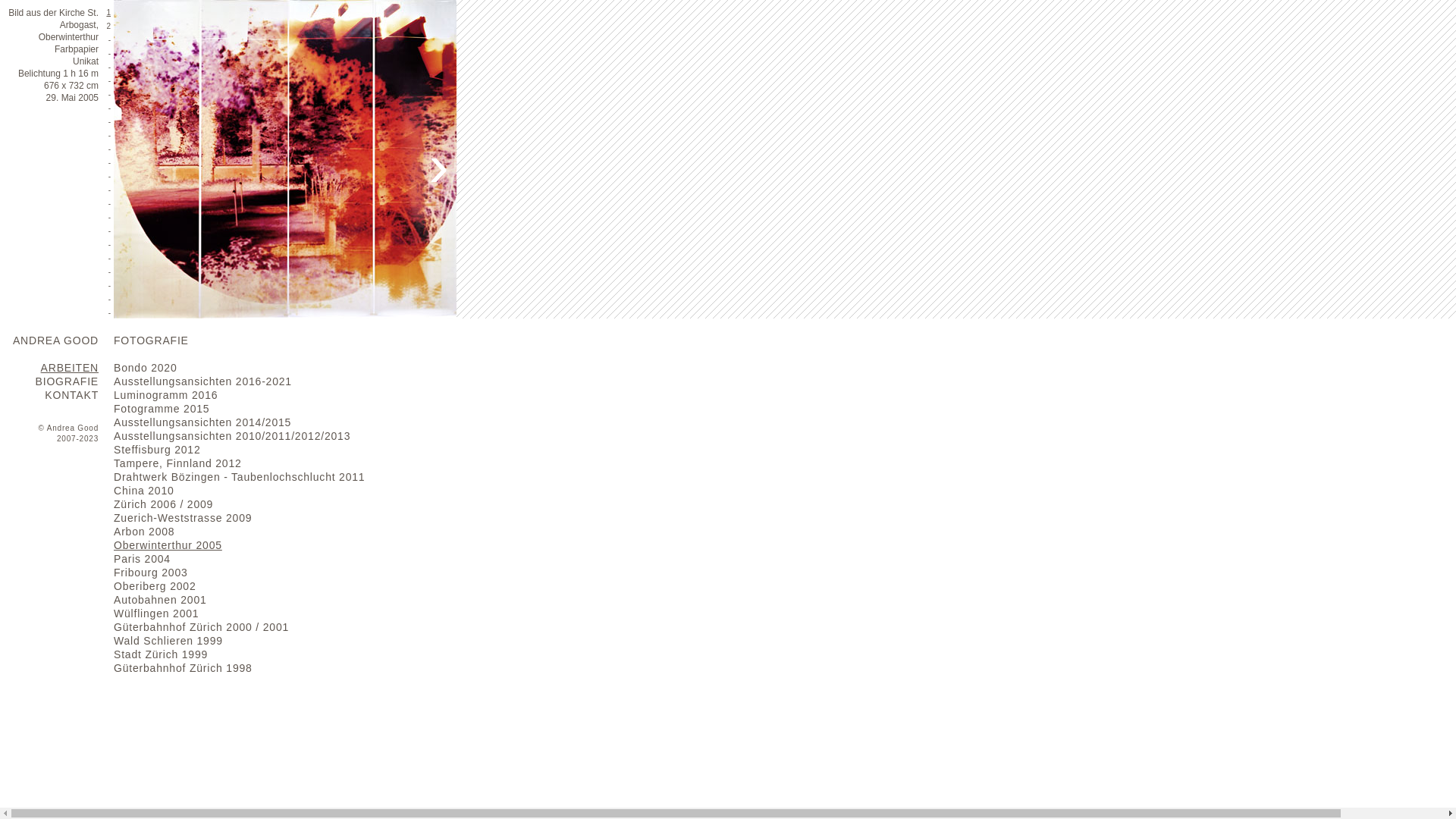 This screenshot has width=1456, height=819. Describe the element at coordinates (112, 640) in the screenshot. I see `'Wald Schlieren 1999'` at that location.